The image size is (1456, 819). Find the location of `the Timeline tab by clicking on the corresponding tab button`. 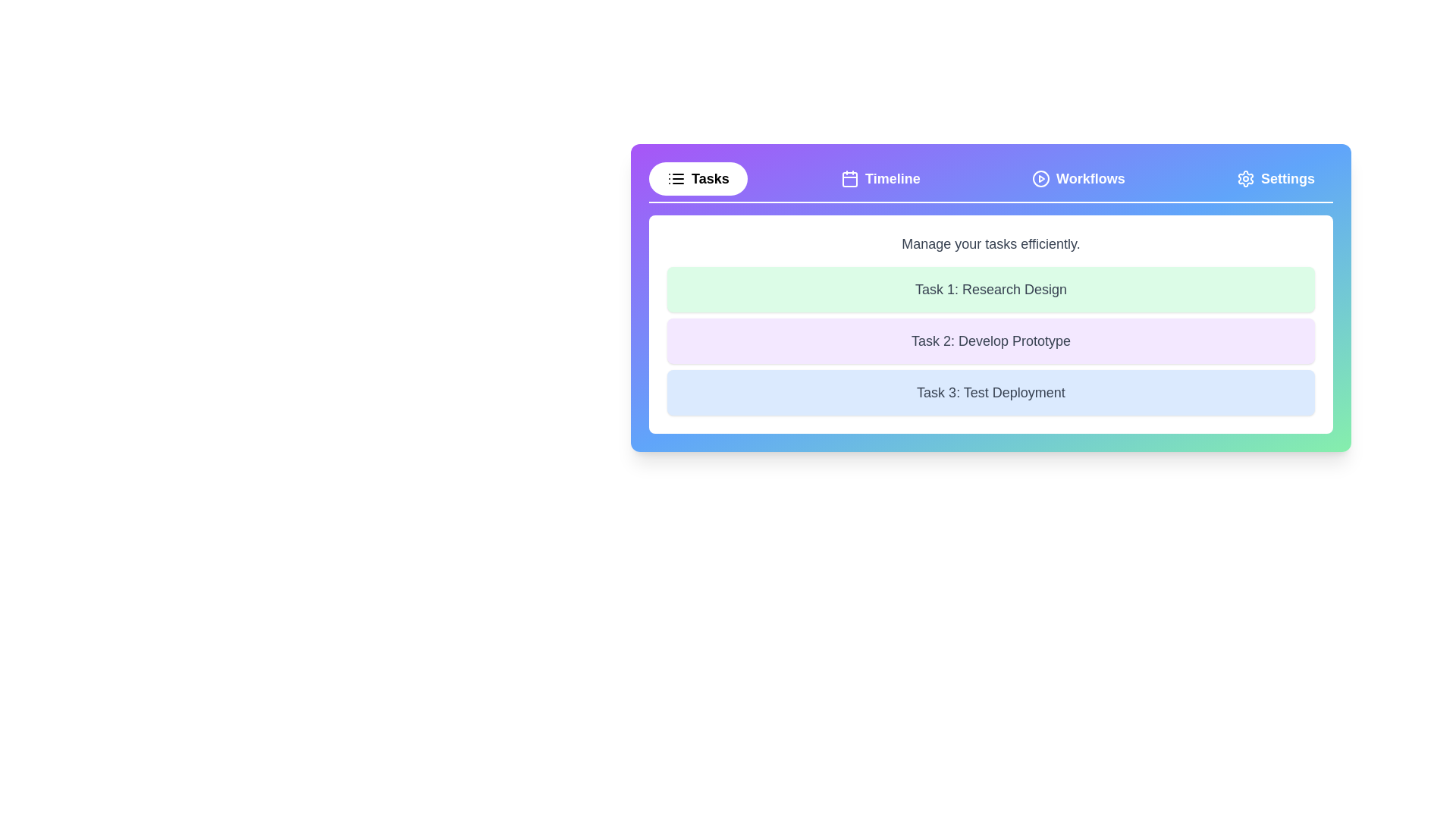

the Timeline tab by clicking on the corresponding tab button is located at coordinates (880, 177).